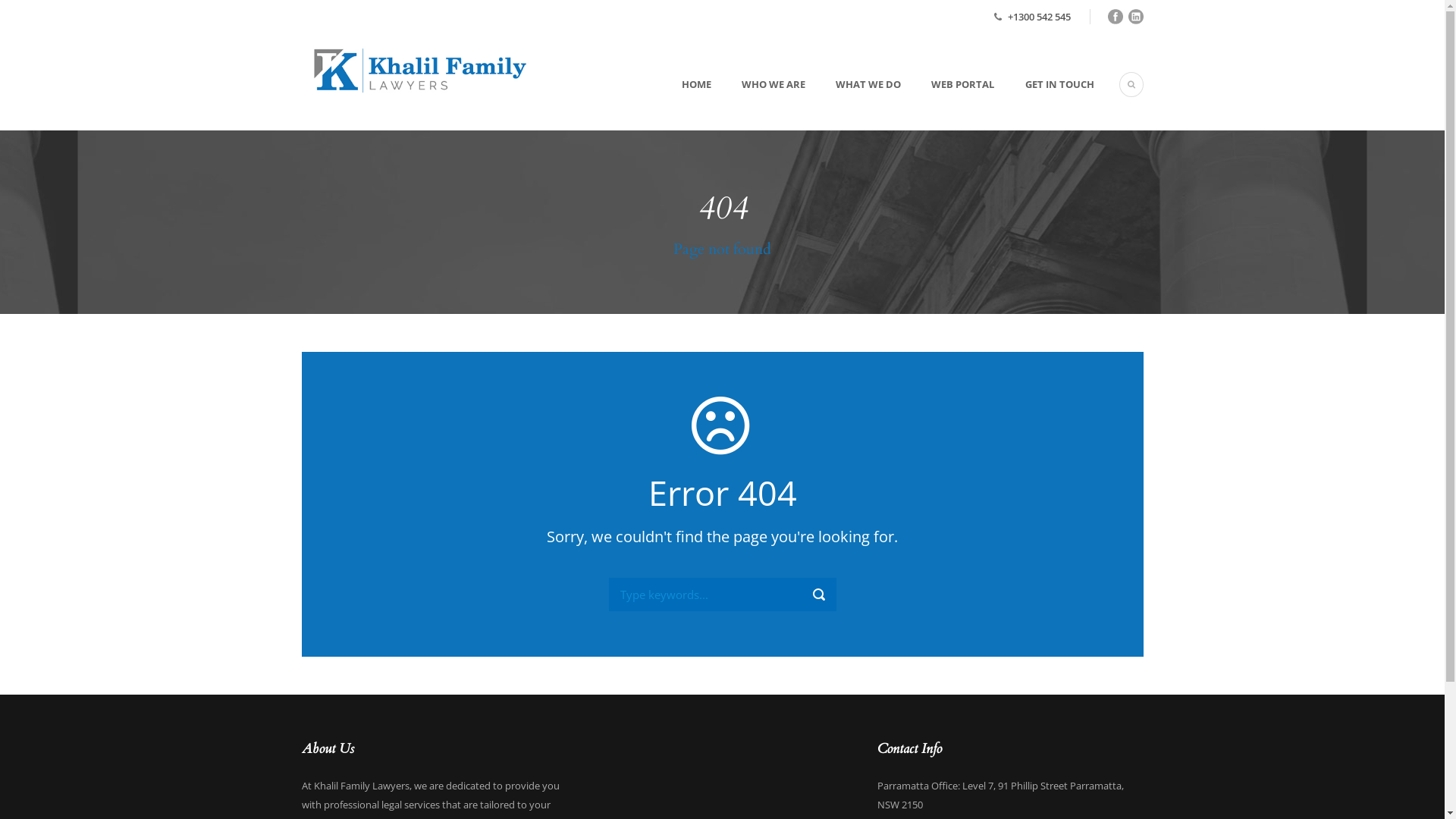  Describe the element at coordinates (671, 102) in the screenshot. I see `'HOME'` at that location.